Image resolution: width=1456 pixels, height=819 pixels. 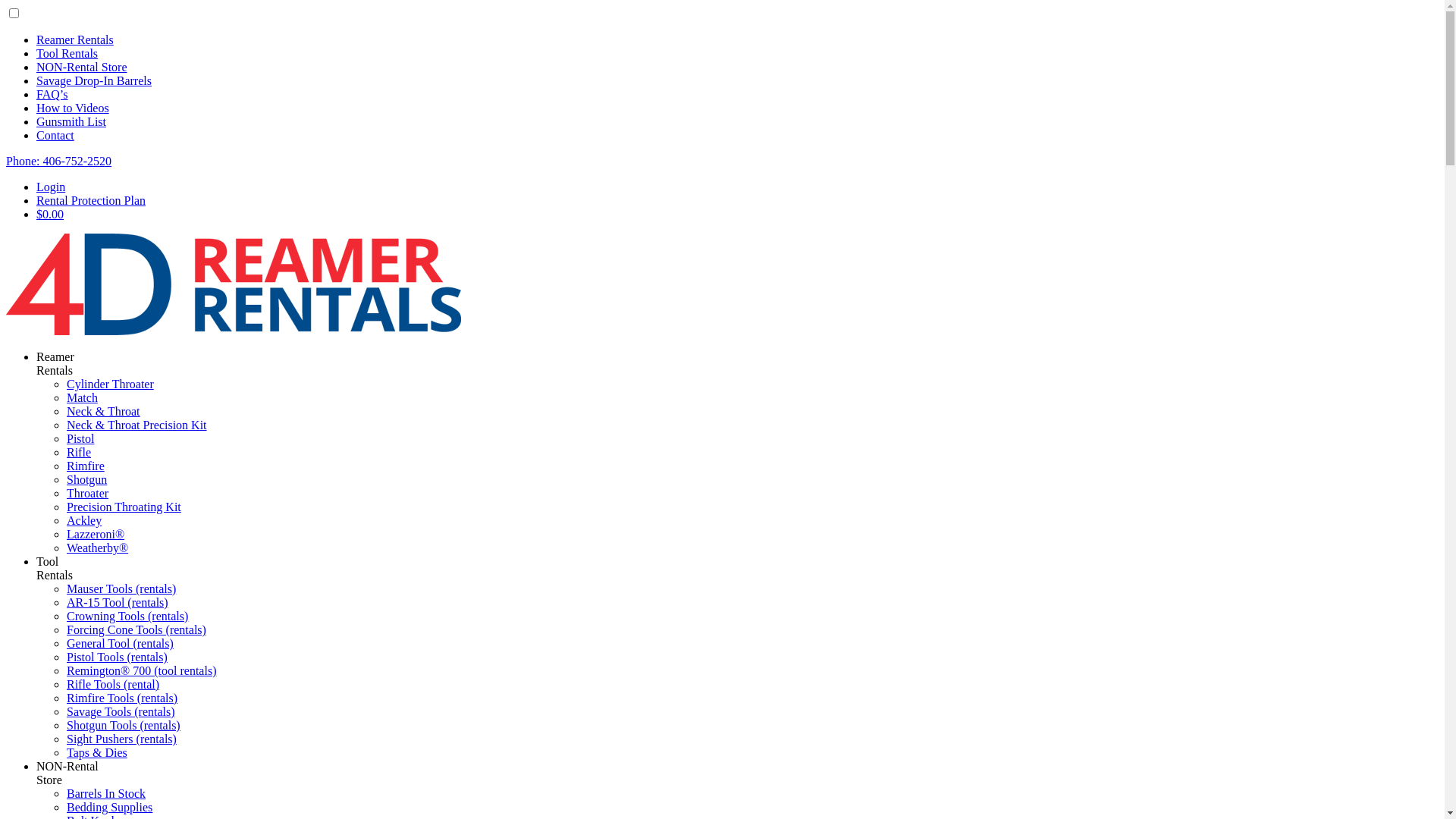 What do you see at coordinates (90, 199) in the screenshot?
I see `'Rental Protection Plan'` at bounding box center [90, 199].